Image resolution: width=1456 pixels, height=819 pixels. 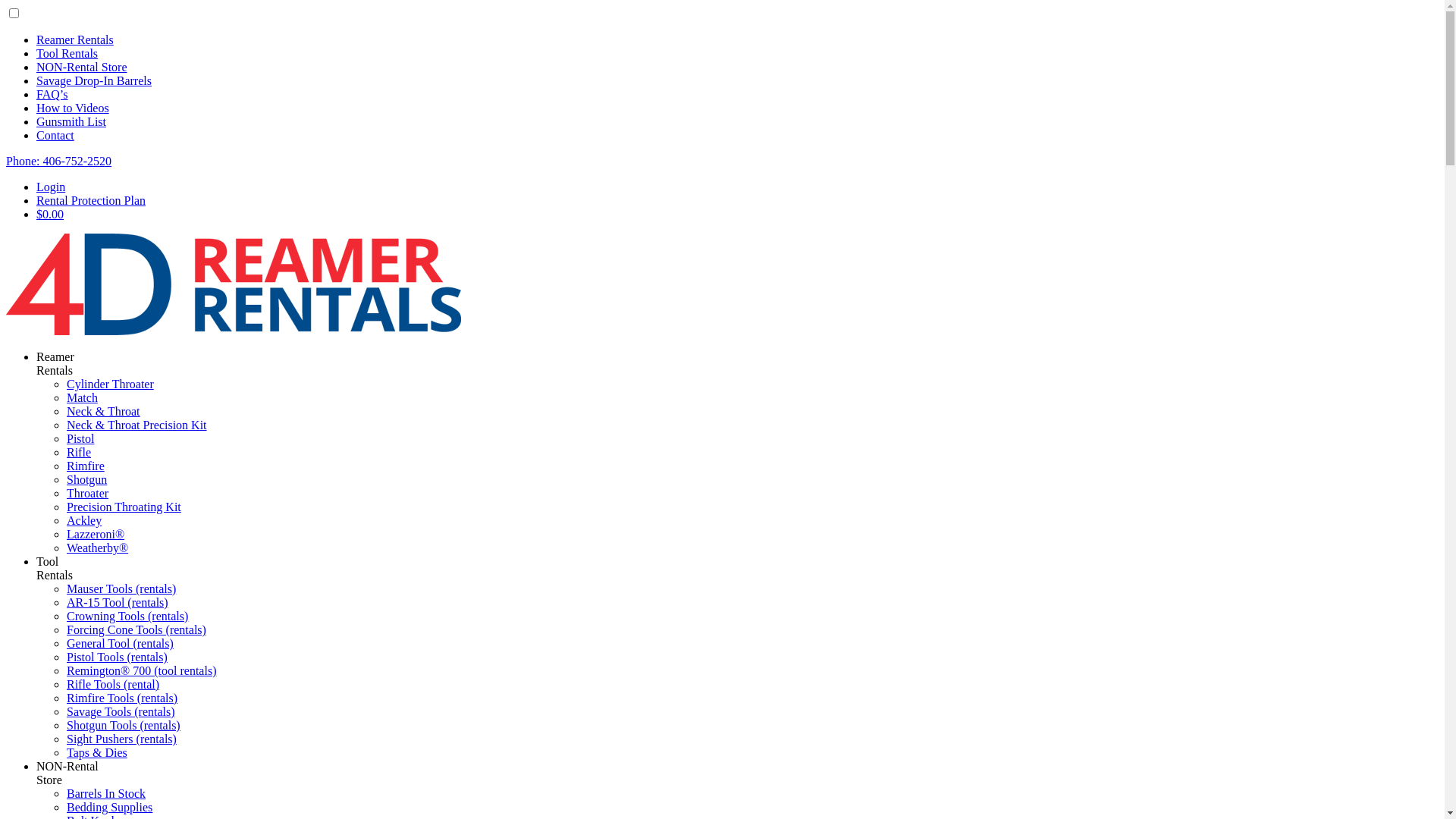 What do you see at coordinates (90, 199) in the screenshot?
I see `'Rental Protection Plan'` at bounding box center [90, 199].